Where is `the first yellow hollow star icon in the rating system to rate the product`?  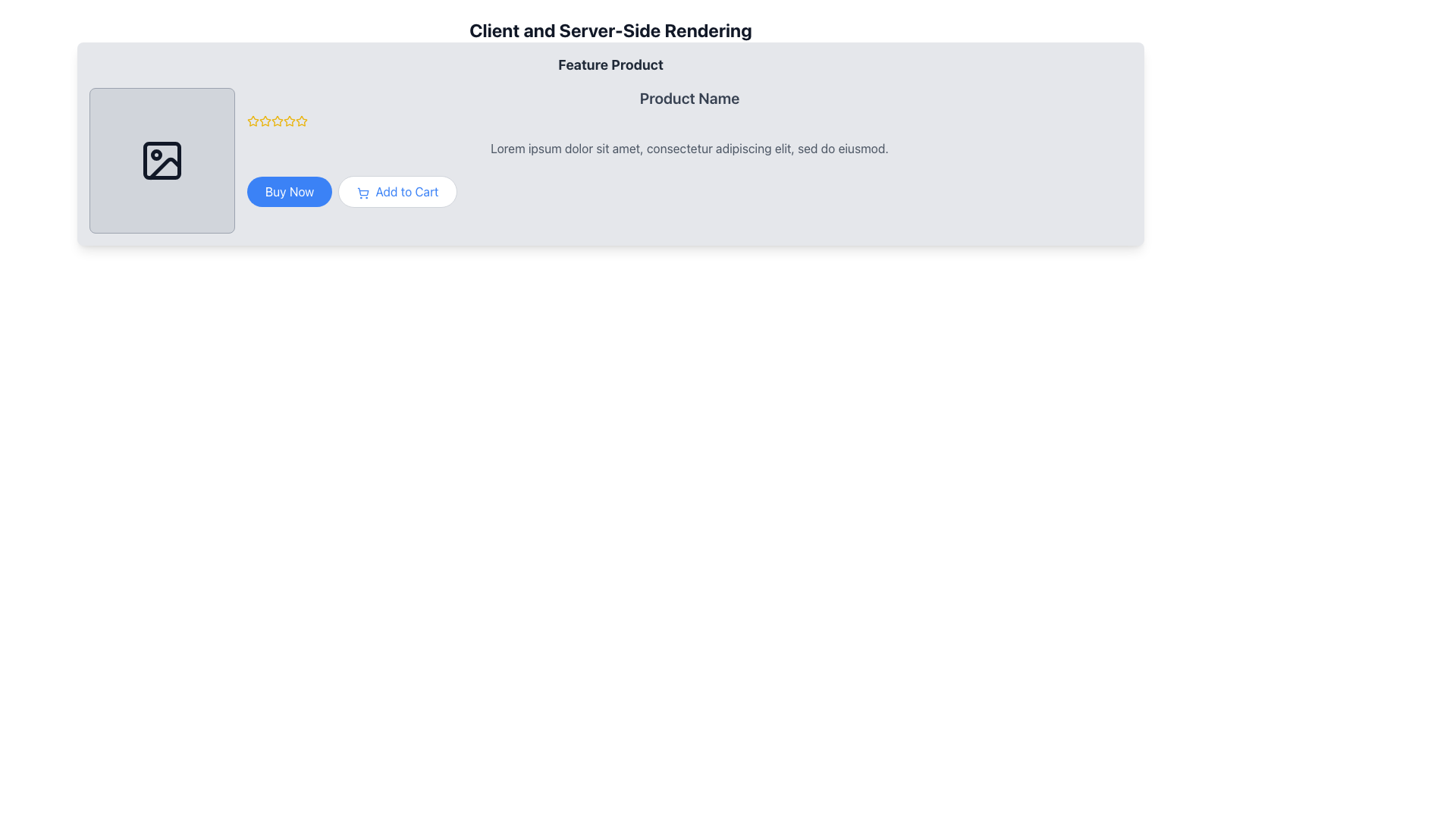
the first yellow hollow star icon in the rating system to rate the product is located at coordinates (253, 120).